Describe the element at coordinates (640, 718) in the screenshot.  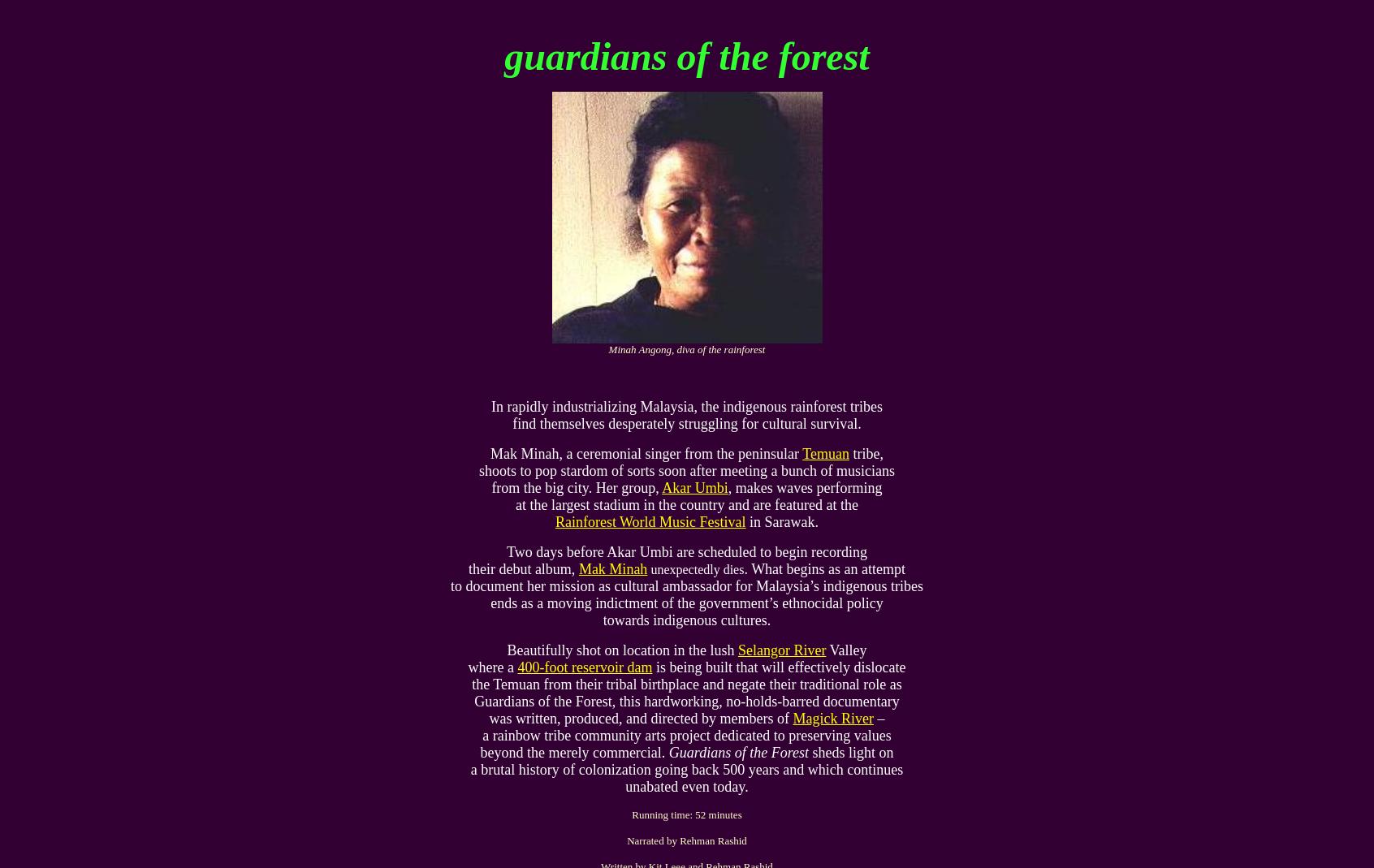
I see `'was written,
produced, and directed by members of'` at that location.